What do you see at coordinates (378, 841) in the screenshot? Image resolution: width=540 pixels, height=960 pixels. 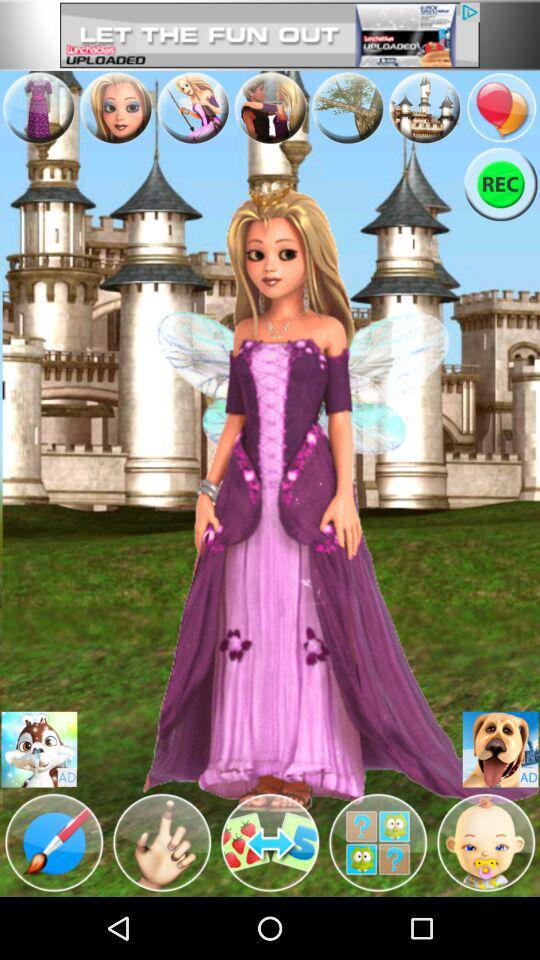 I see `help icon` at bounding box center [378, 841].